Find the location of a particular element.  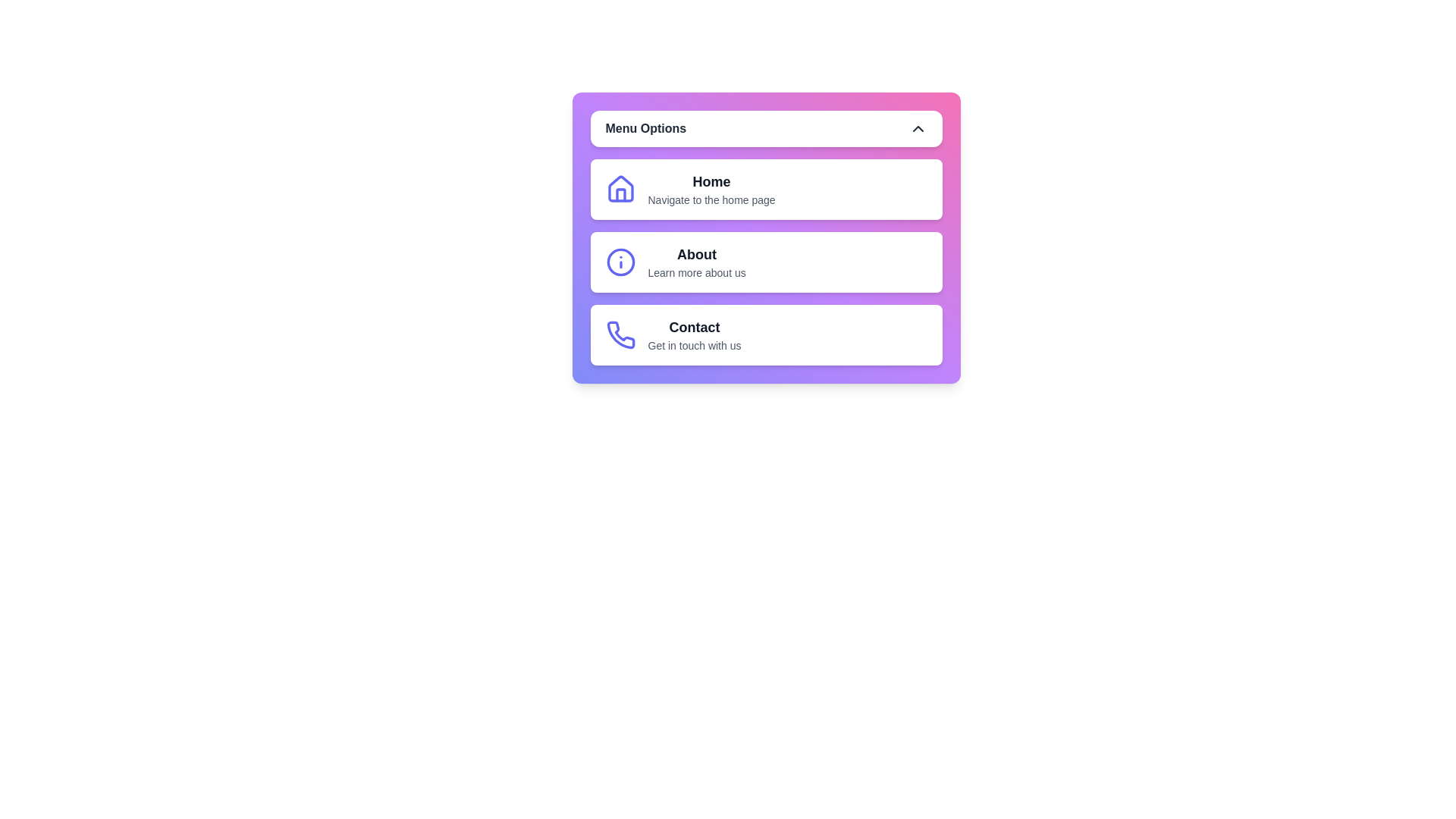

the menu item Home from the menu is located at coordinates (766, 189).